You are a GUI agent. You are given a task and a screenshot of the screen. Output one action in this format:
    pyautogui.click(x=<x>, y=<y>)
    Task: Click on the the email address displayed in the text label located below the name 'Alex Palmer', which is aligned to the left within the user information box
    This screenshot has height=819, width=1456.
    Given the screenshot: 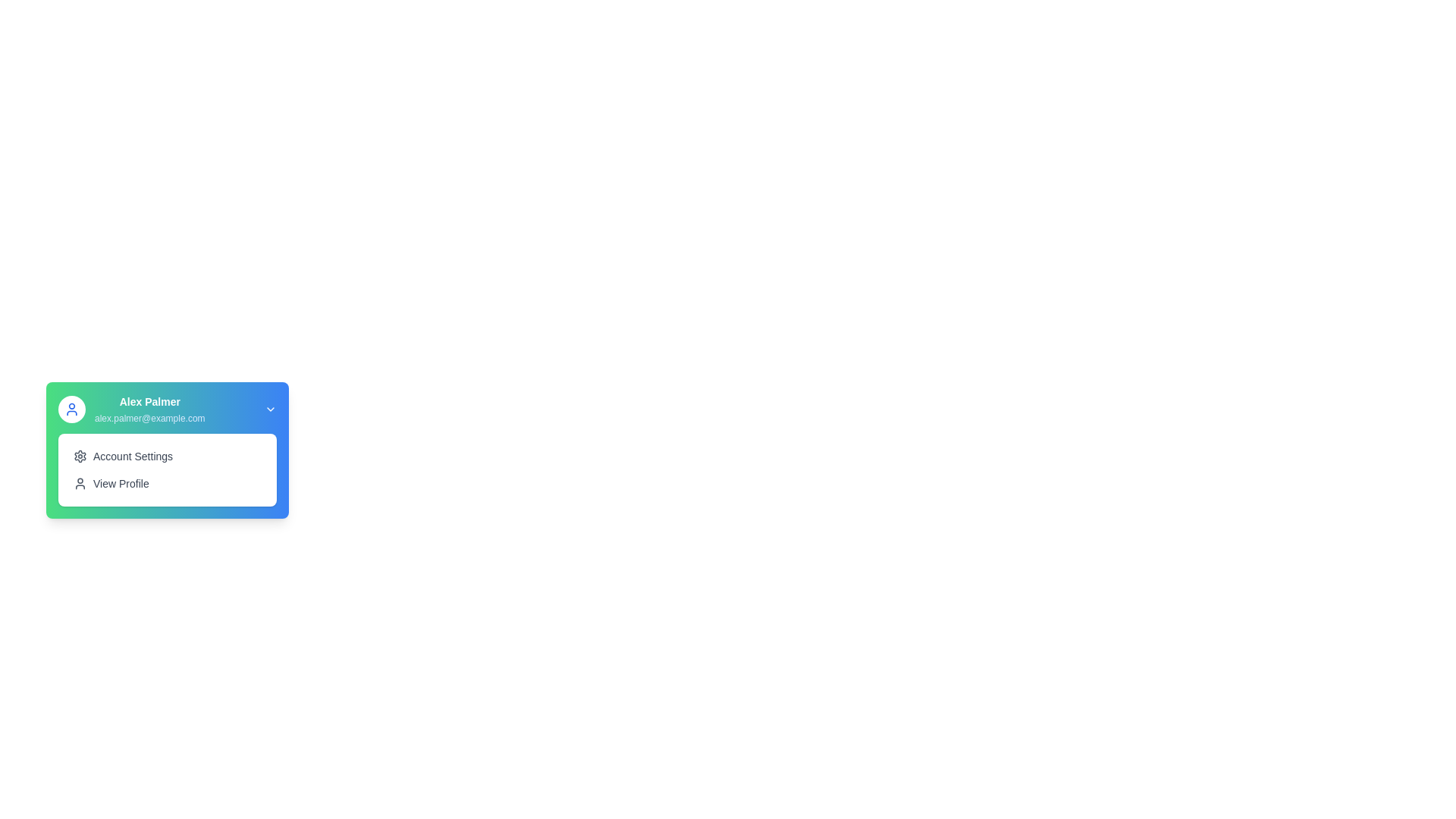 What is the action you would take?
    pyautogui.click(x=149, y=418)
    